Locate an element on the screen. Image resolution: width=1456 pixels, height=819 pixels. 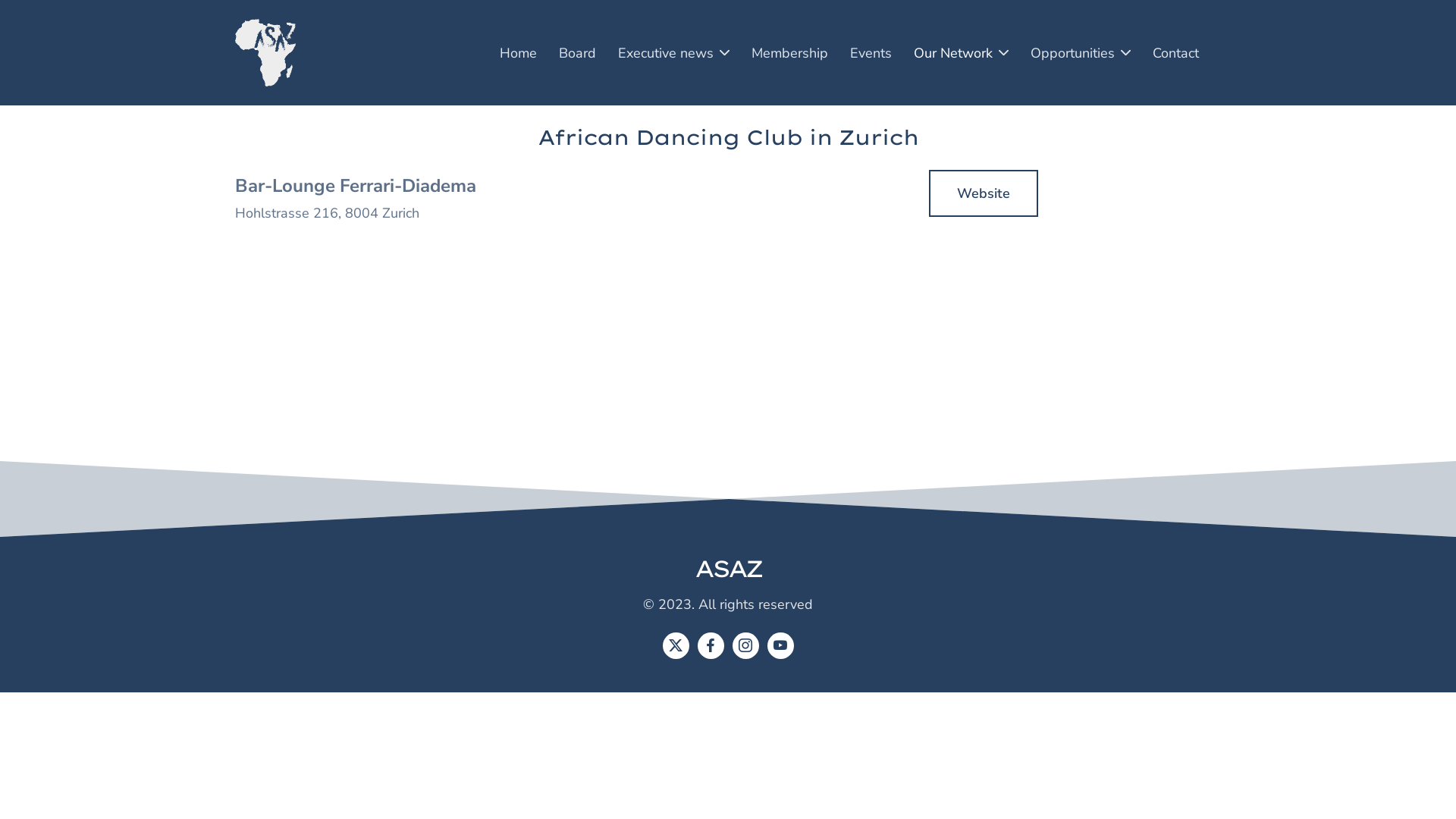
'Events' is located at coordinates (871, 52).